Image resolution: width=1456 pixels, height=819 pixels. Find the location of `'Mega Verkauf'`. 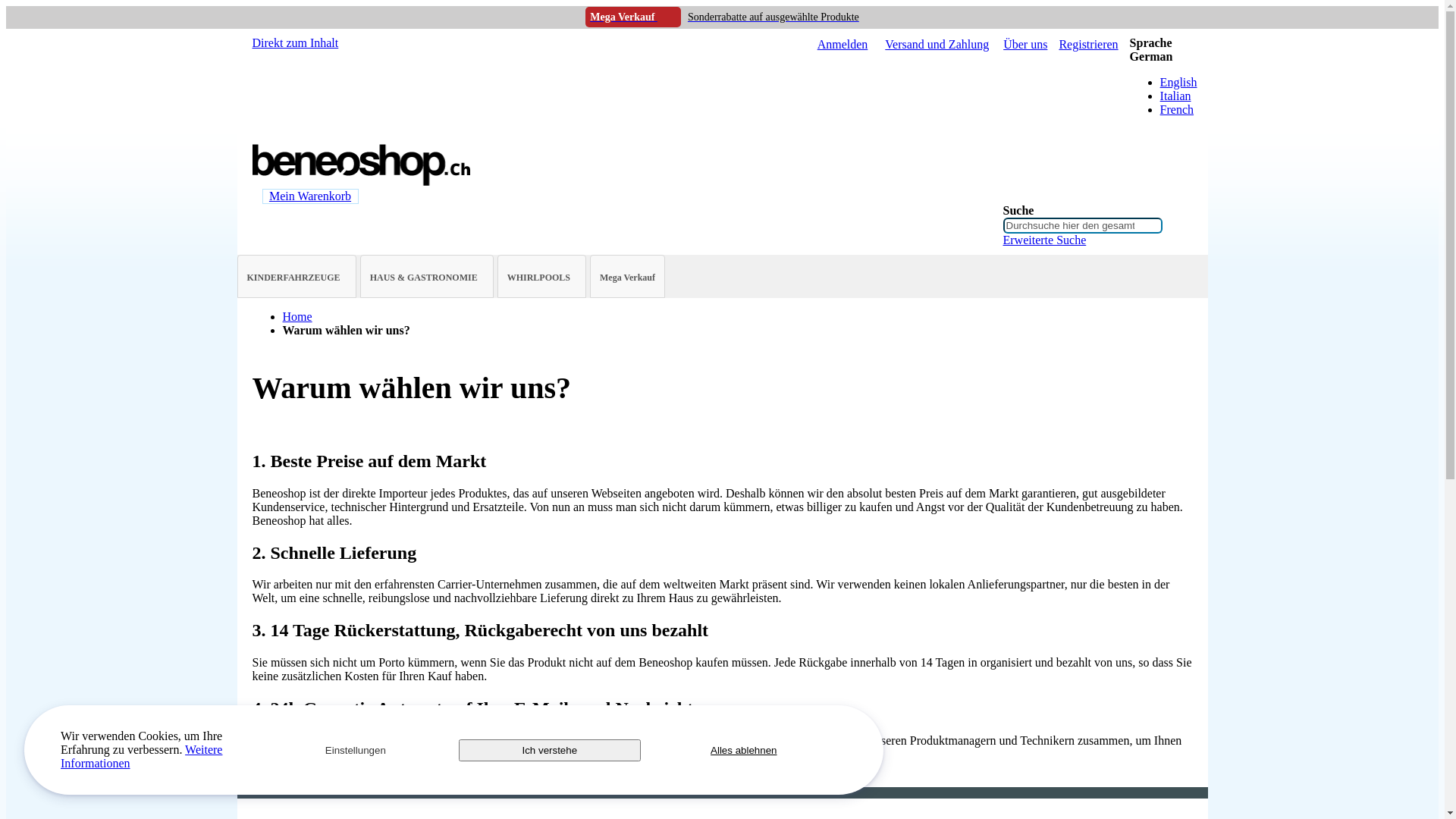

'Mega Verkauf' is located at coordinates (627, 278).